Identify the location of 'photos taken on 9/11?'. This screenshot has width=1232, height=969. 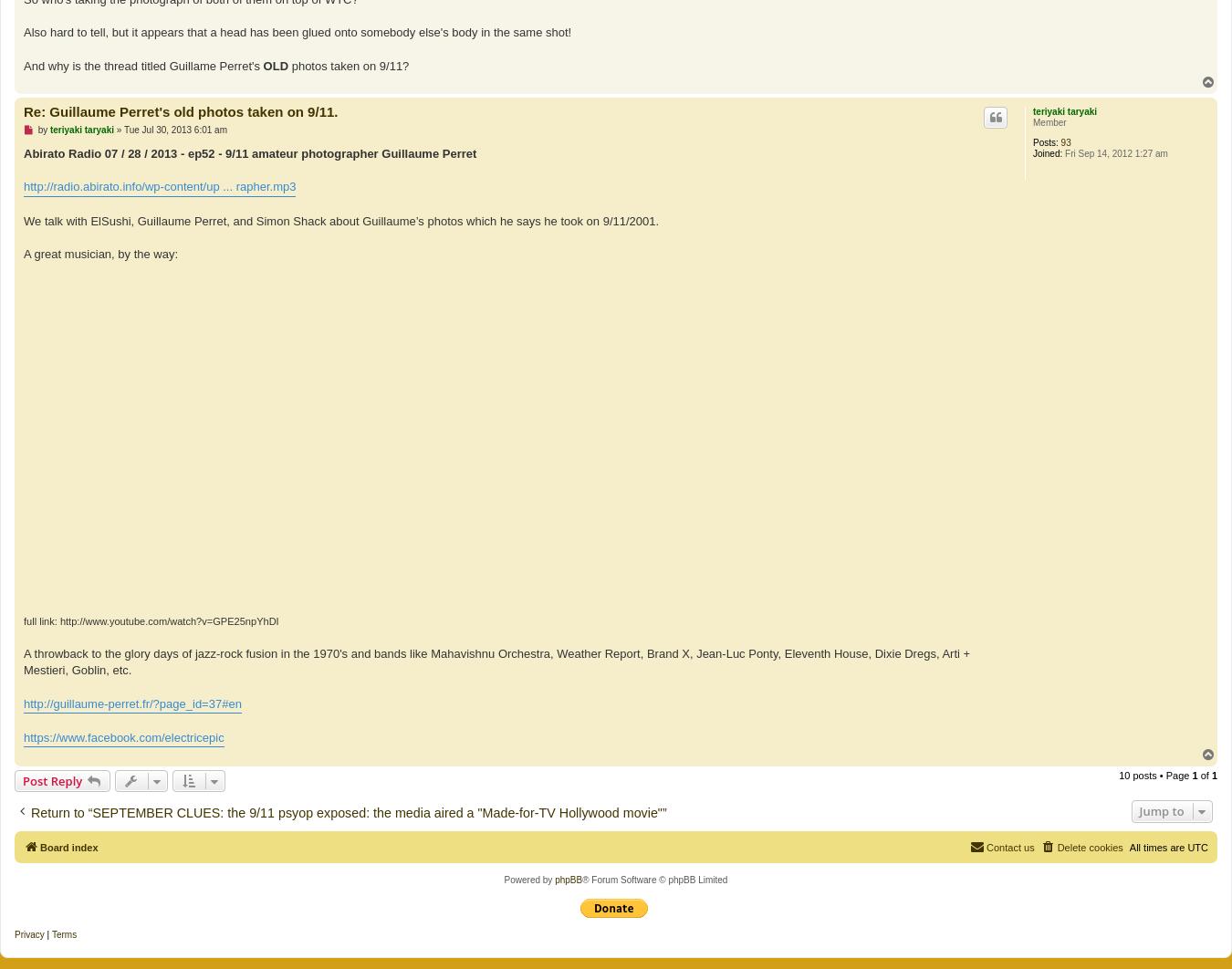
(349, 65).